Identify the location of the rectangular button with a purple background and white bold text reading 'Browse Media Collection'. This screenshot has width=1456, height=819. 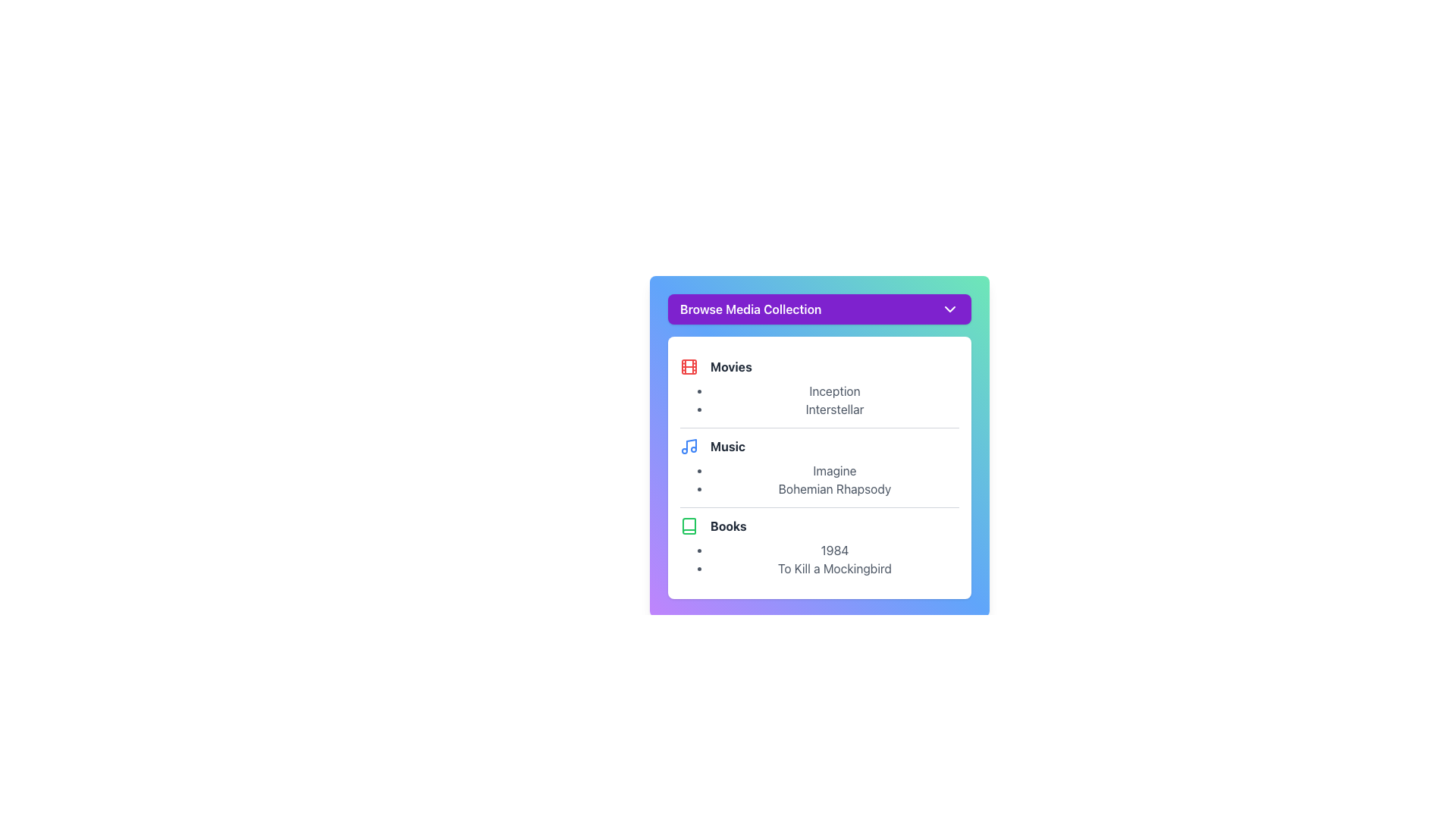
(818, 309).